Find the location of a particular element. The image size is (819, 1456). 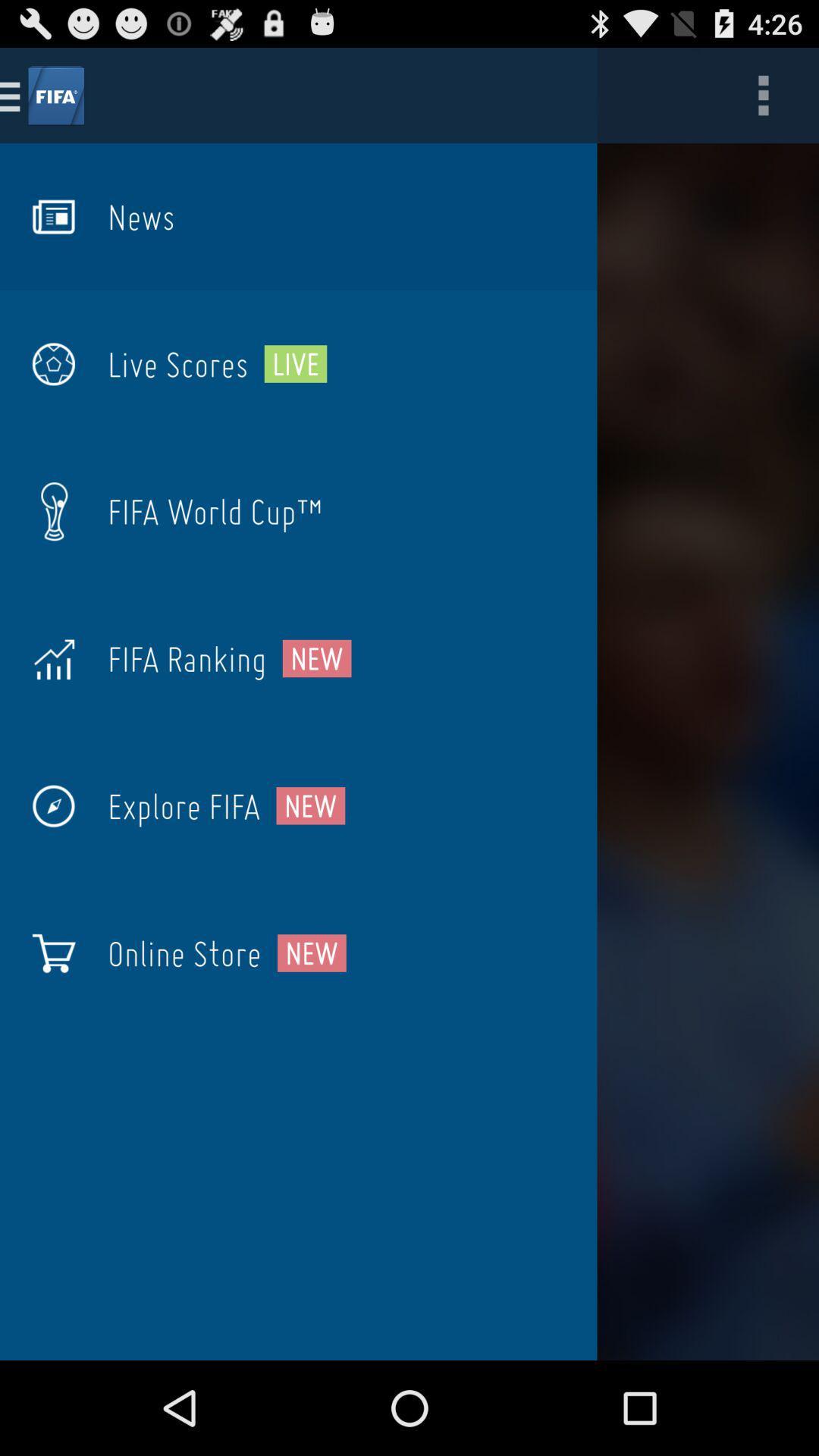

the online store item is located at coordinates (184, 952).